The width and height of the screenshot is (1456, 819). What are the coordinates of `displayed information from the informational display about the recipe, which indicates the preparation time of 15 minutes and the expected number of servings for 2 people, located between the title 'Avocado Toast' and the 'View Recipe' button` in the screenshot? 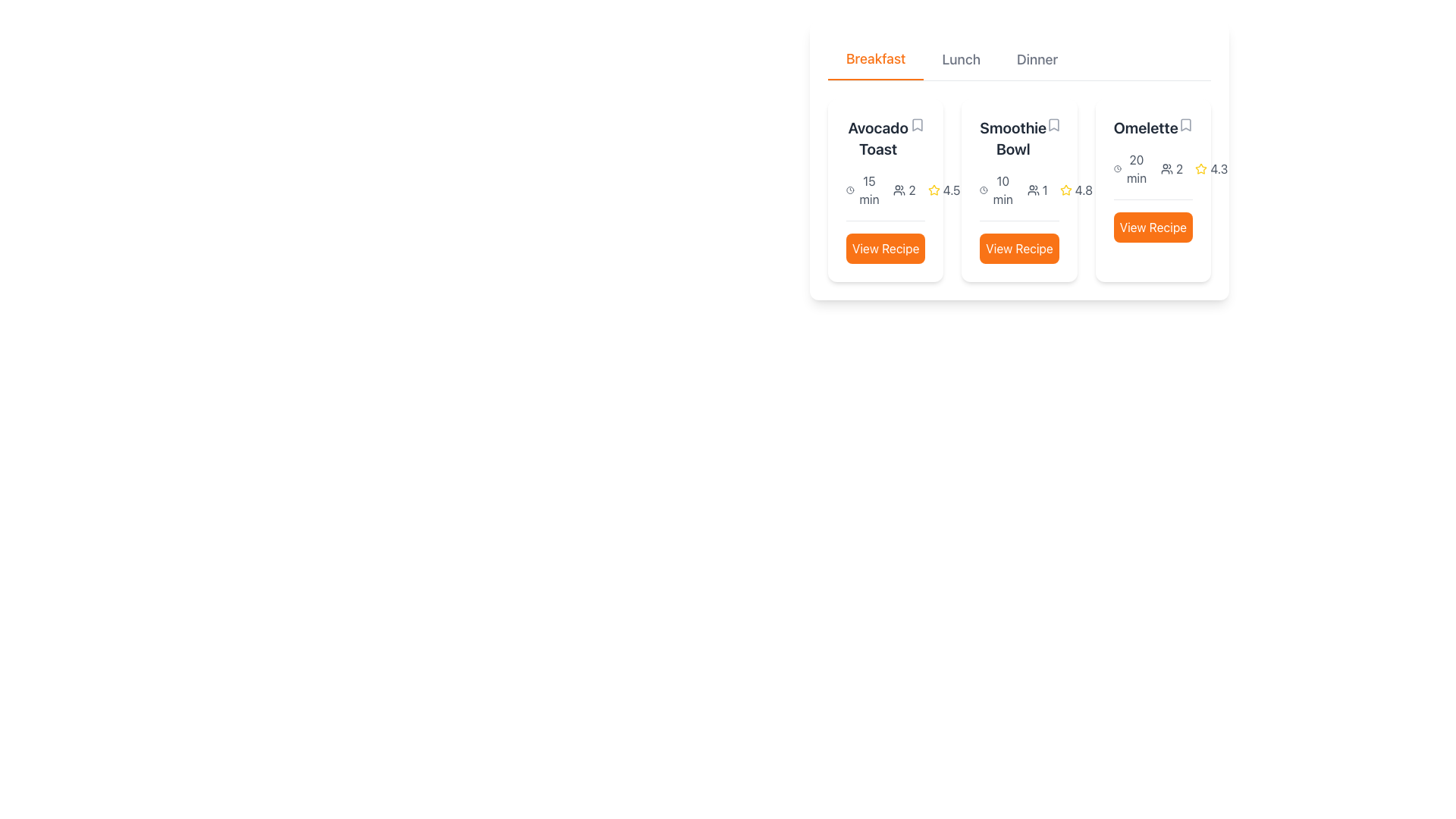 It's located at (886, 189).